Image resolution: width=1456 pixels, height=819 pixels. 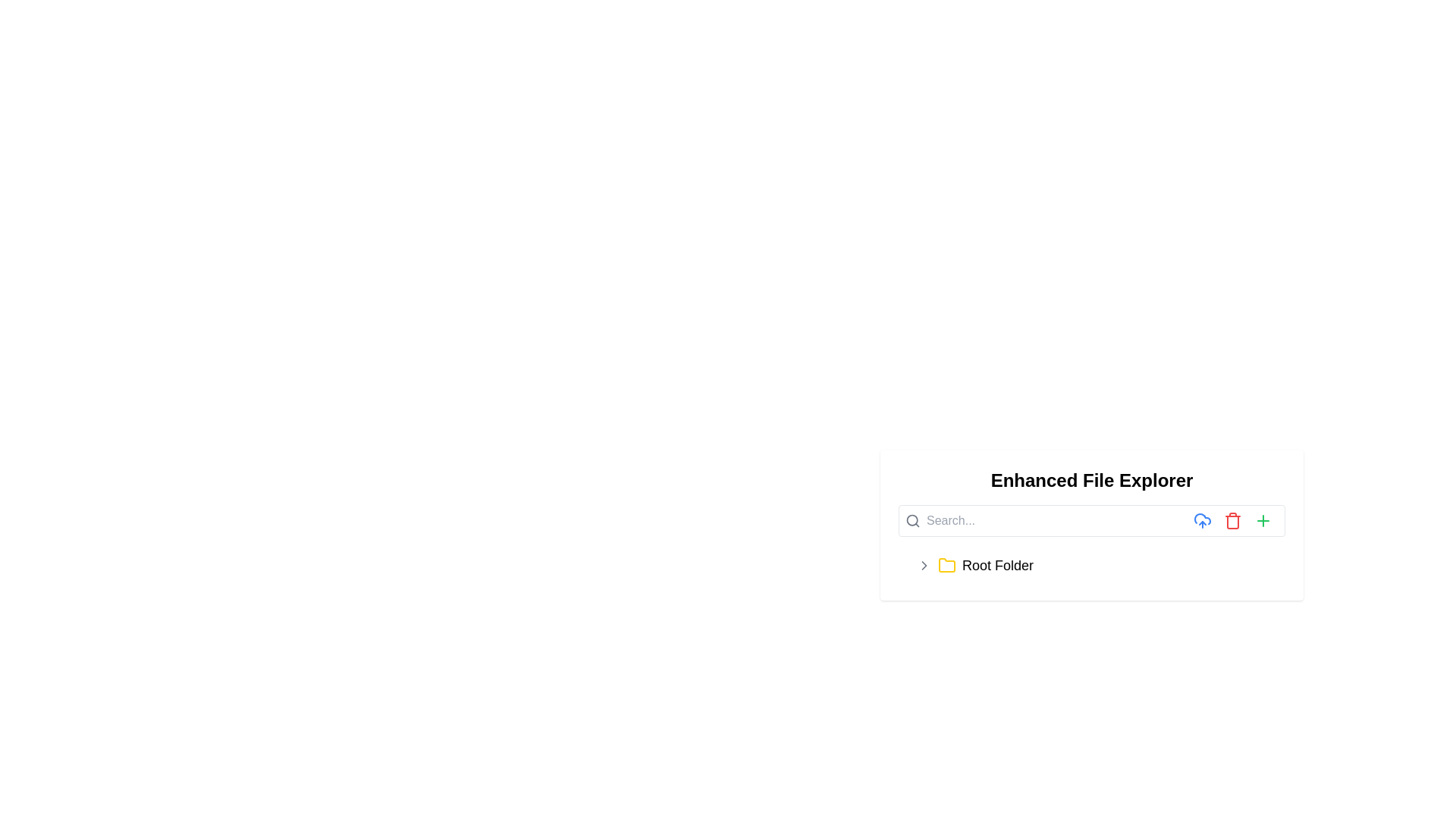 I want to click on the right-pointing gray chevron icon, so click(x=924, y=565).